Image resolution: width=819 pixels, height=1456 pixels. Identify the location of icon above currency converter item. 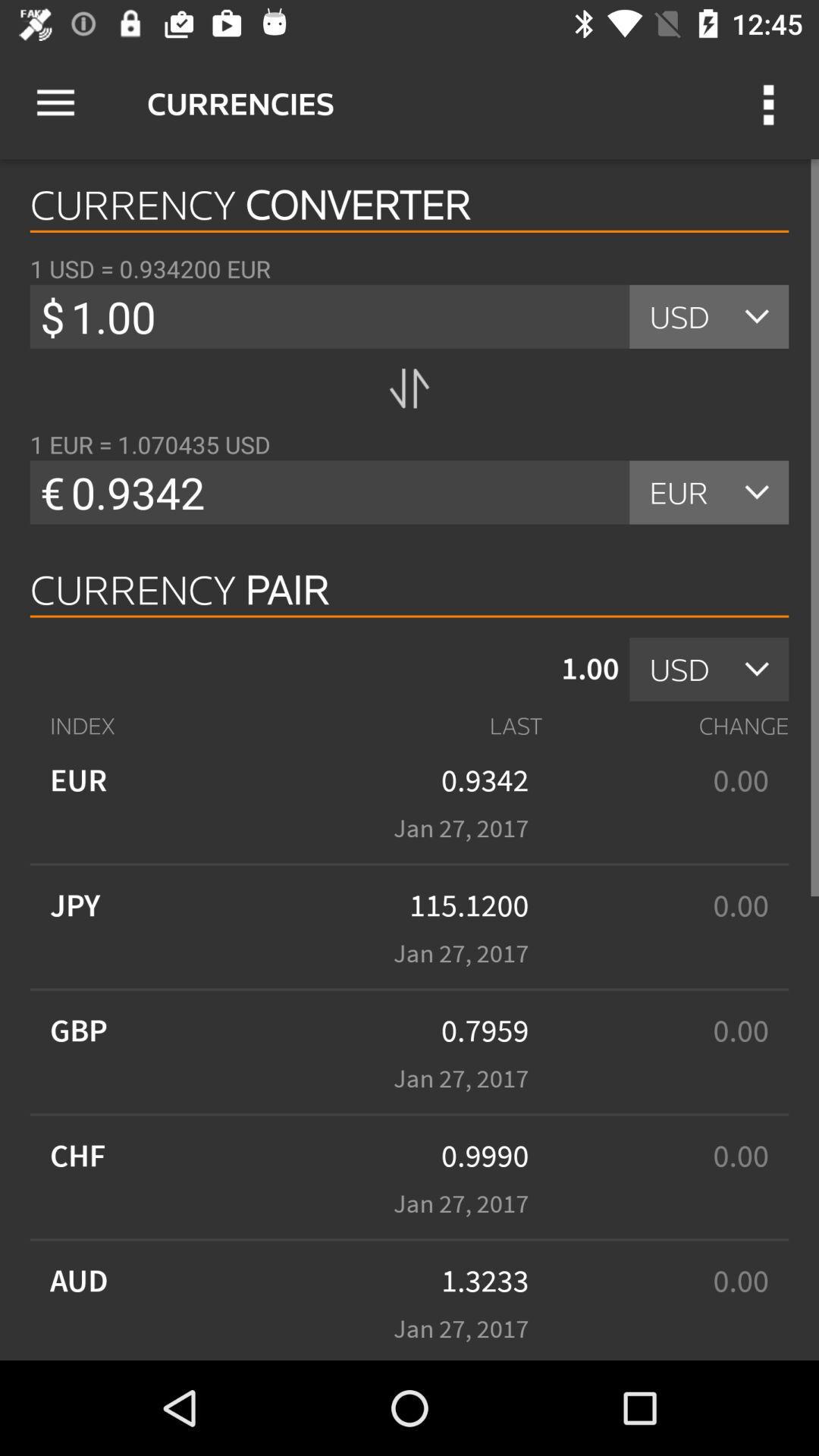
(55, 102).